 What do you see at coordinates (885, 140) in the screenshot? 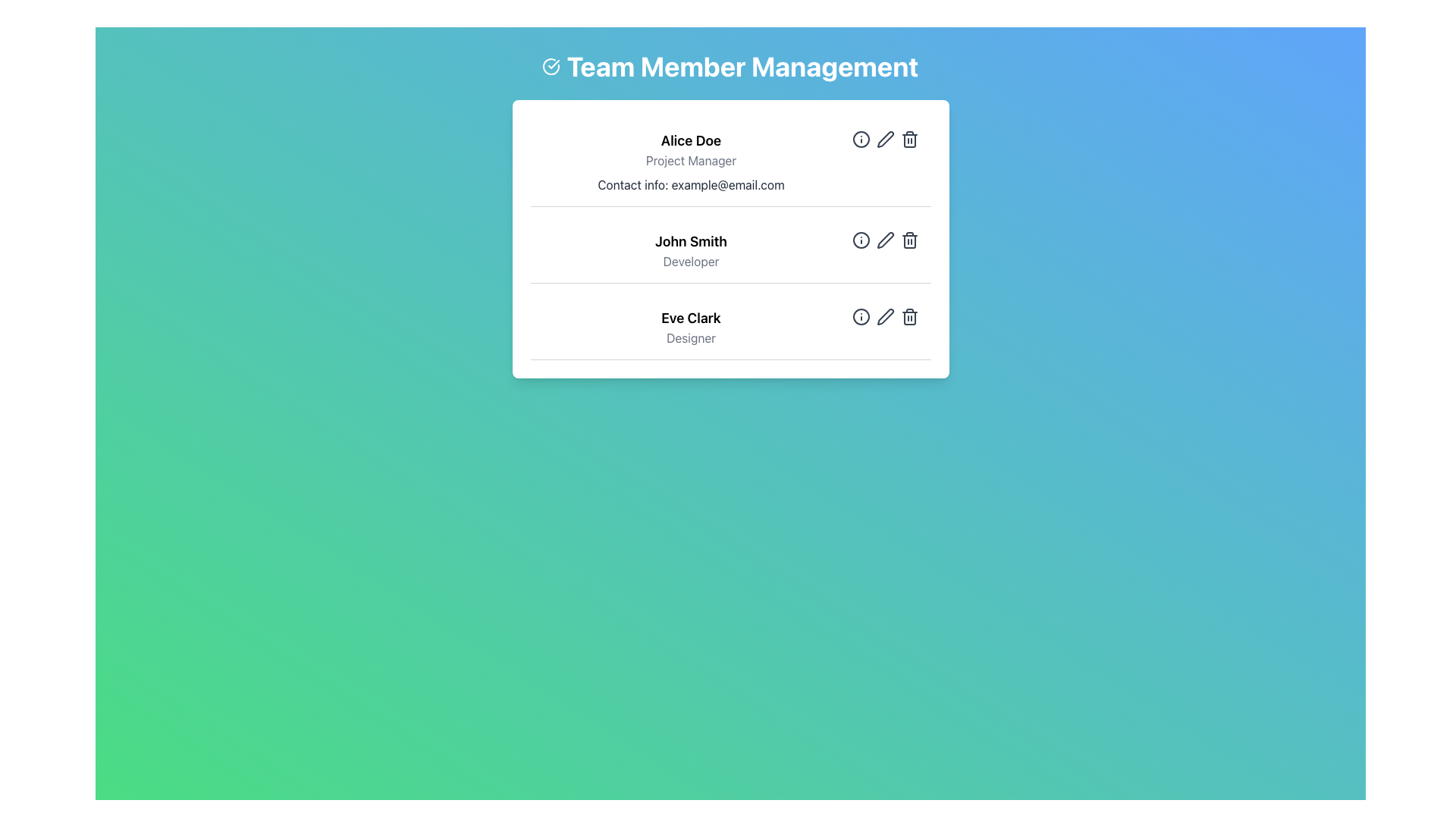
I see `the editing button located in the first user card, which is the second interactive icon from the left` at bounding box center [885, 140].